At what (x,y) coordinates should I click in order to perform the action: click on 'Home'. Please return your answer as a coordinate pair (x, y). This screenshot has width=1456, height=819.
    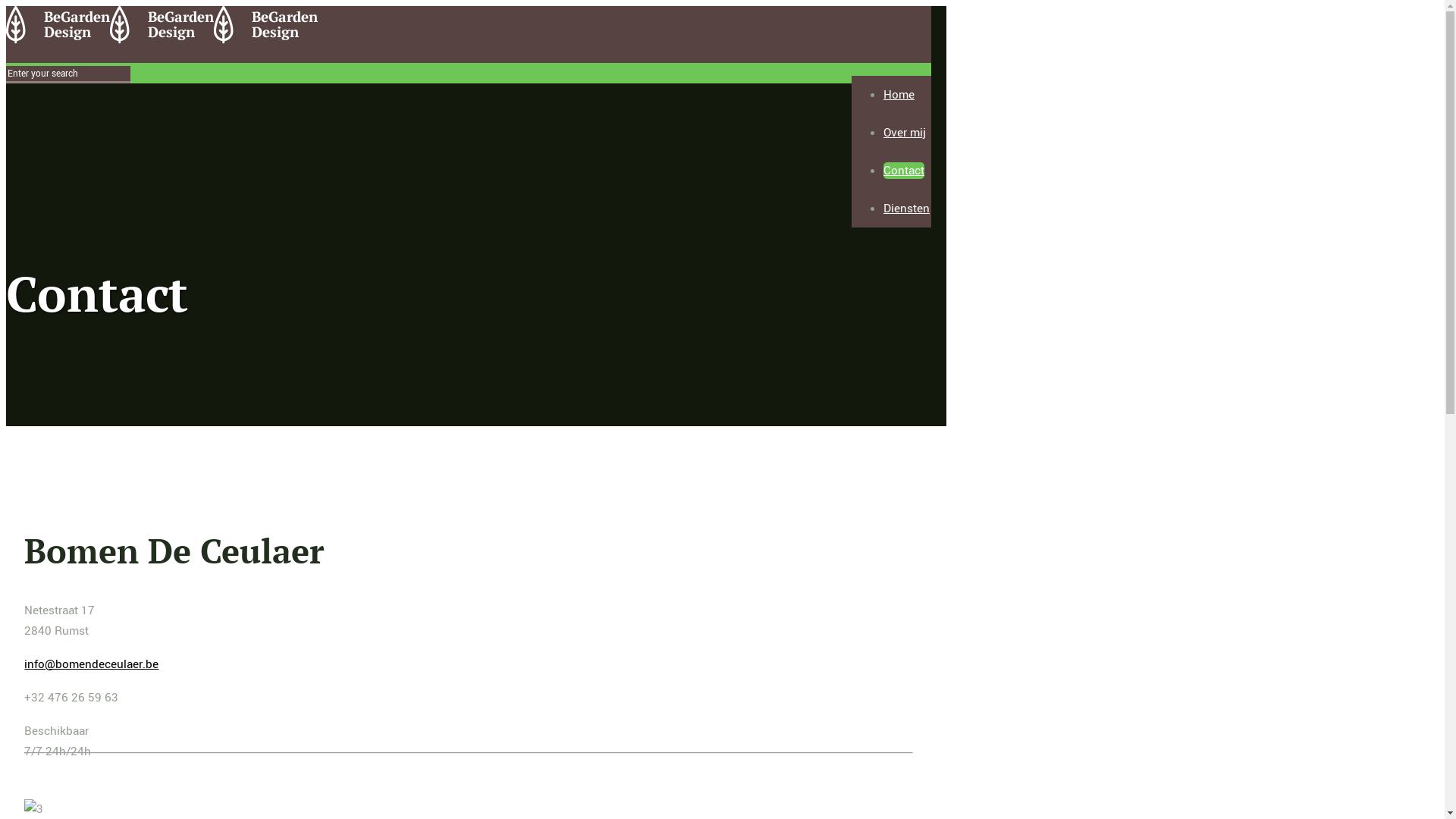
    Looking at the image, I should click on (899, 94).